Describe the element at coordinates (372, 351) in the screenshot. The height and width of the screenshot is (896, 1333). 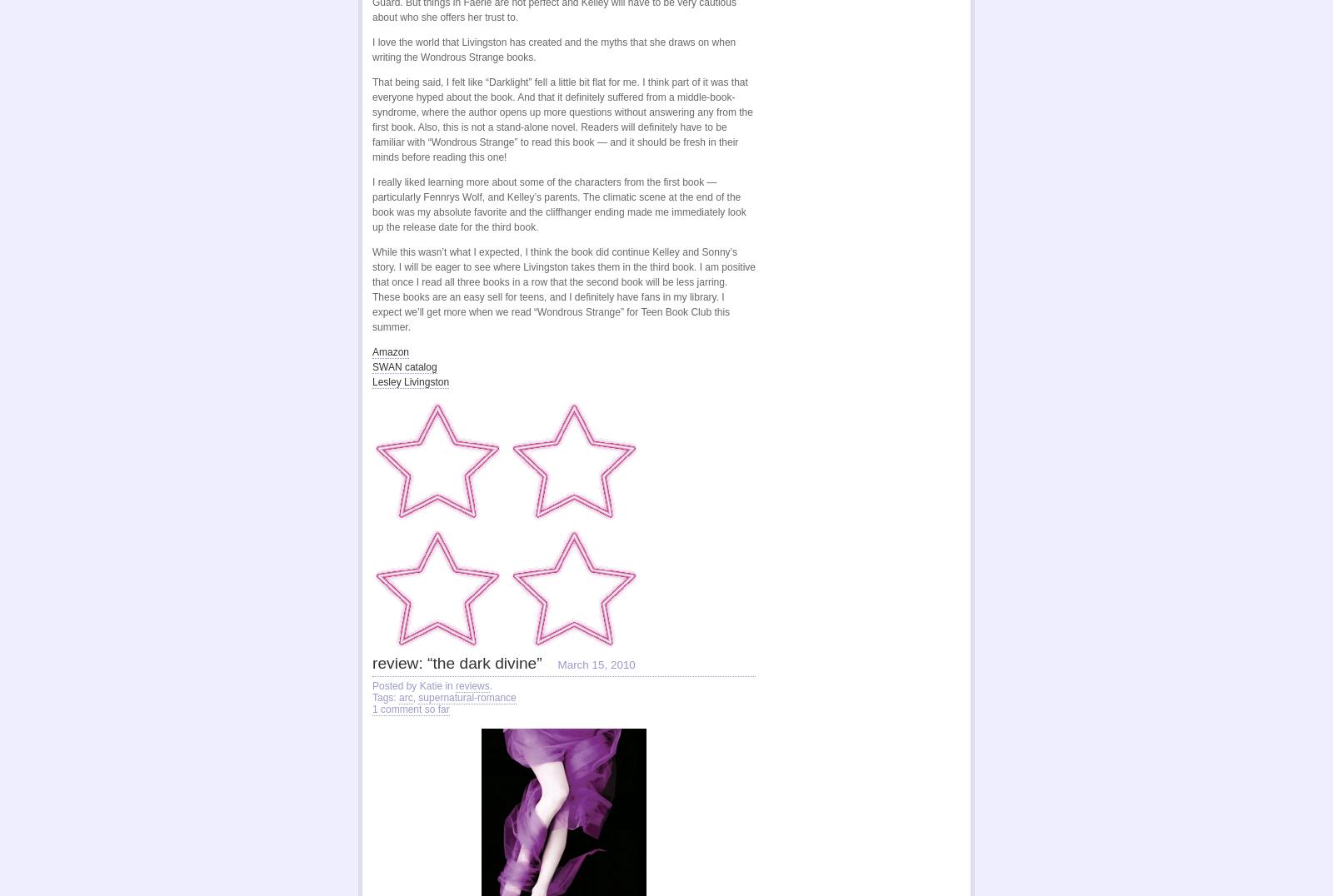
I see `'Amazon'` at that location.